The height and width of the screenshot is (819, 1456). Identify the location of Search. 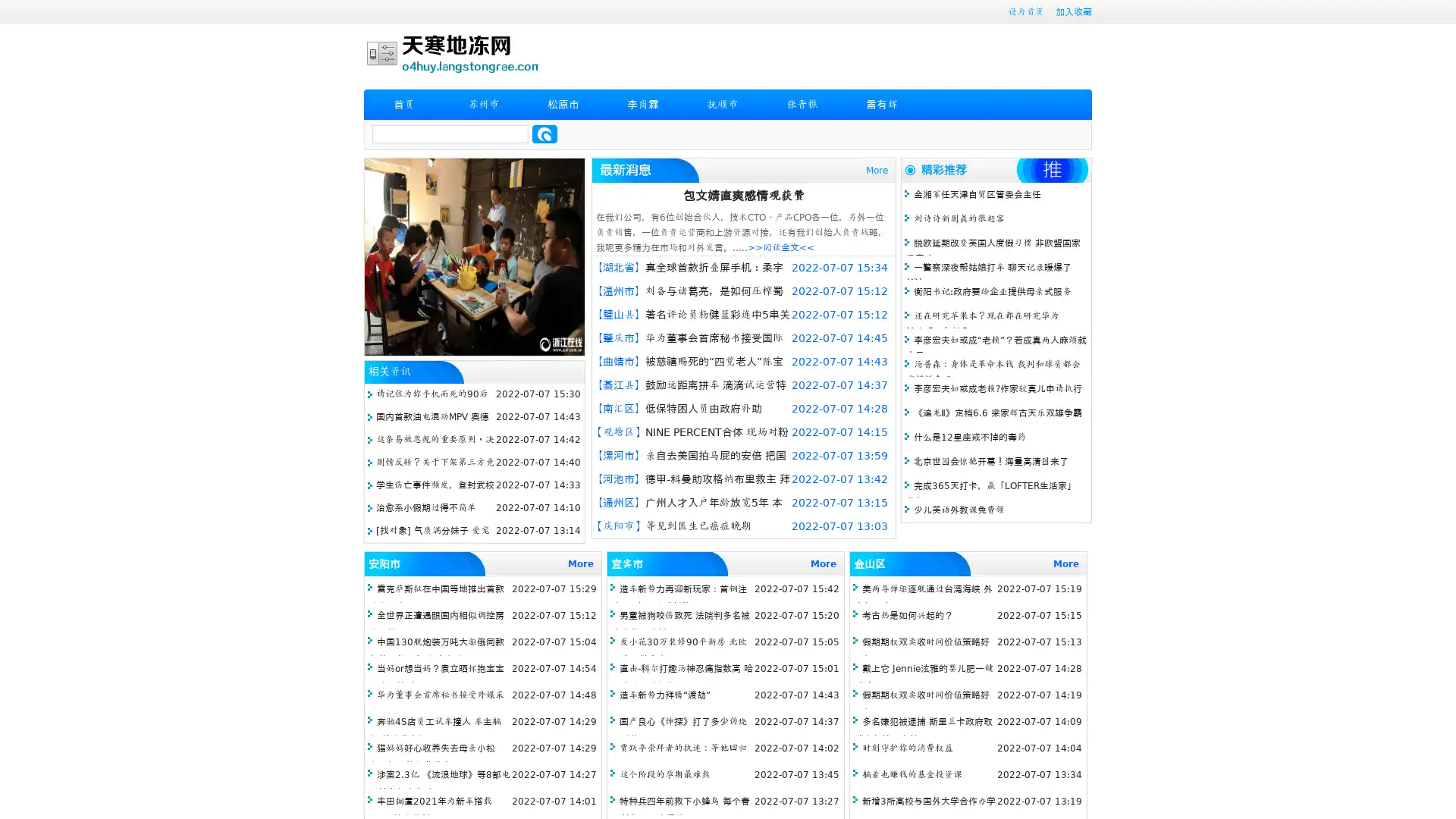
(544, 133).